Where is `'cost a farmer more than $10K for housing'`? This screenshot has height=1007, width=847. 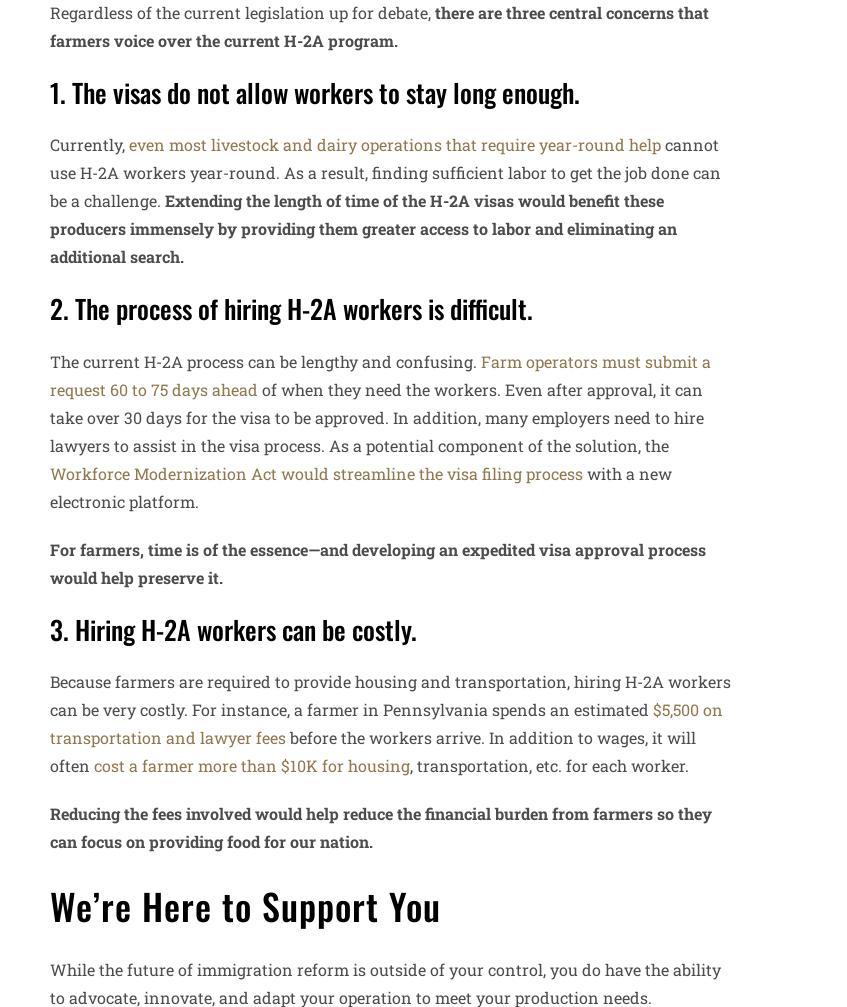 'cost a farmer more than $10K for housing' is located at coordinates (250, 764).